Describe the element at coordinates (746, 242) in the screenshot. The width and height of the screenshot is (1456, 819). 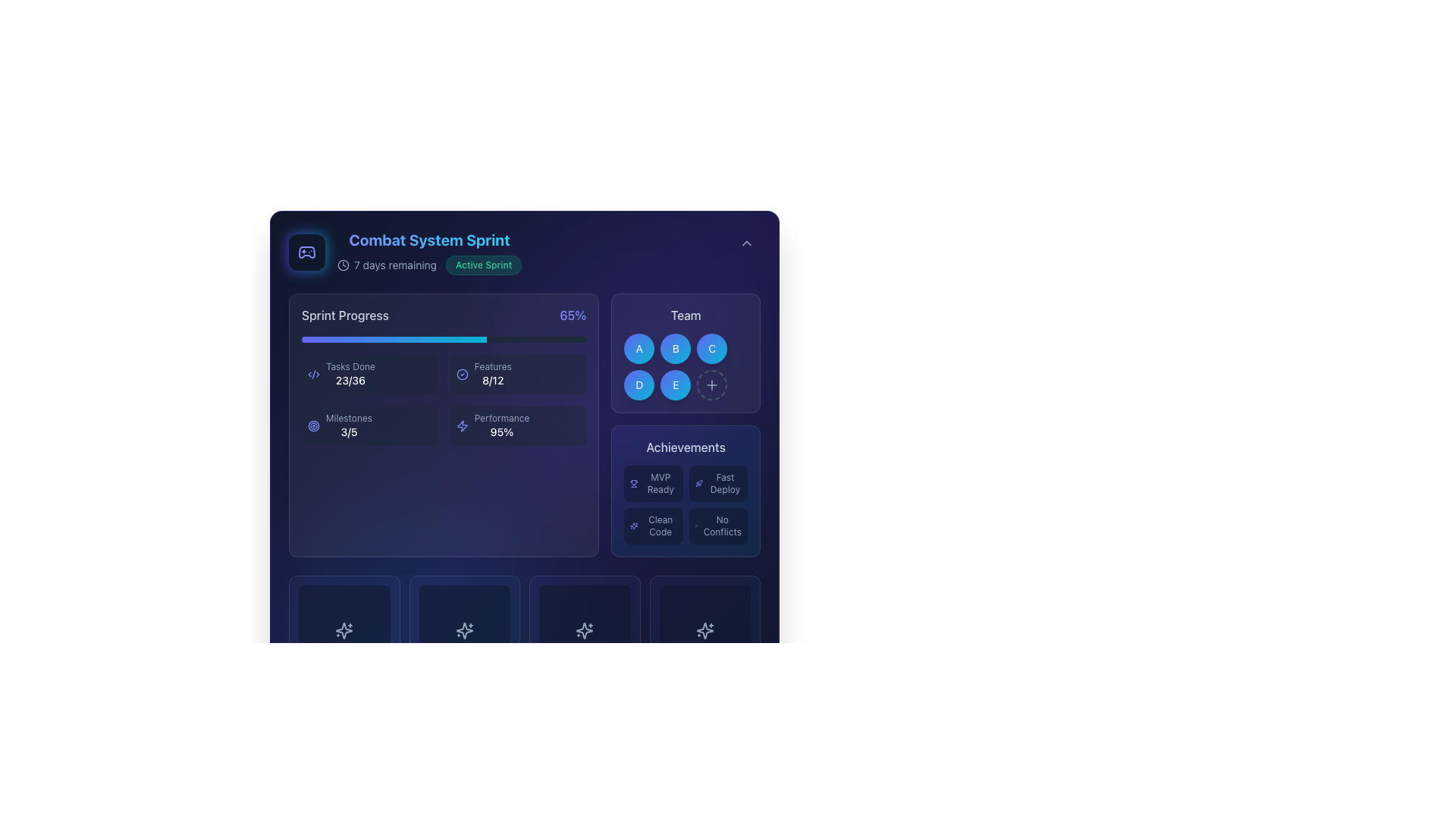
I see `the Toggle button/icon located in the upper-right corner of the layout to change its appearance` at that location.